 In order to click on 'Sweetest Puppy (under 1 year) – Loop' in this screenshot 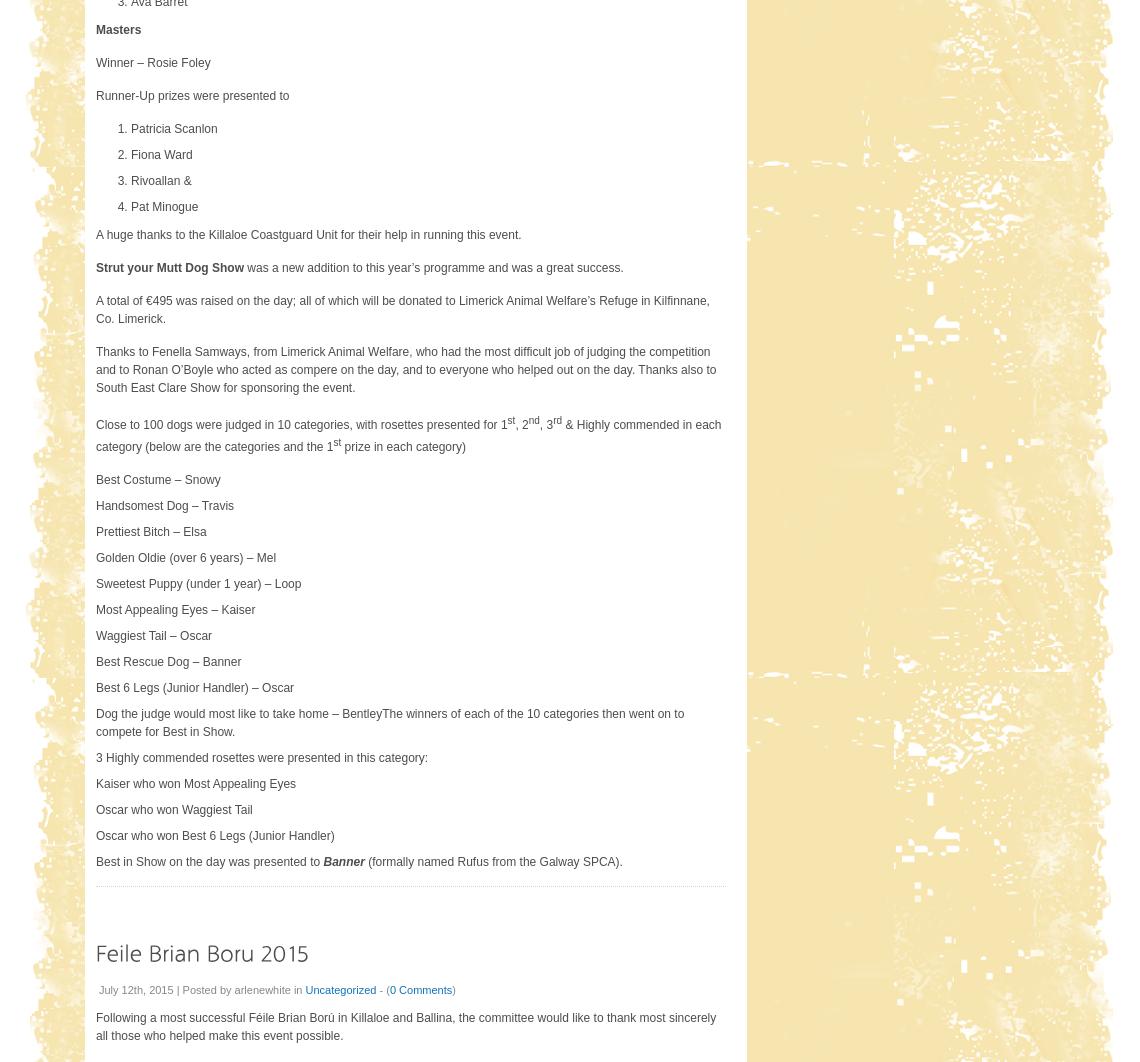, I will do `click(94, 583)`.